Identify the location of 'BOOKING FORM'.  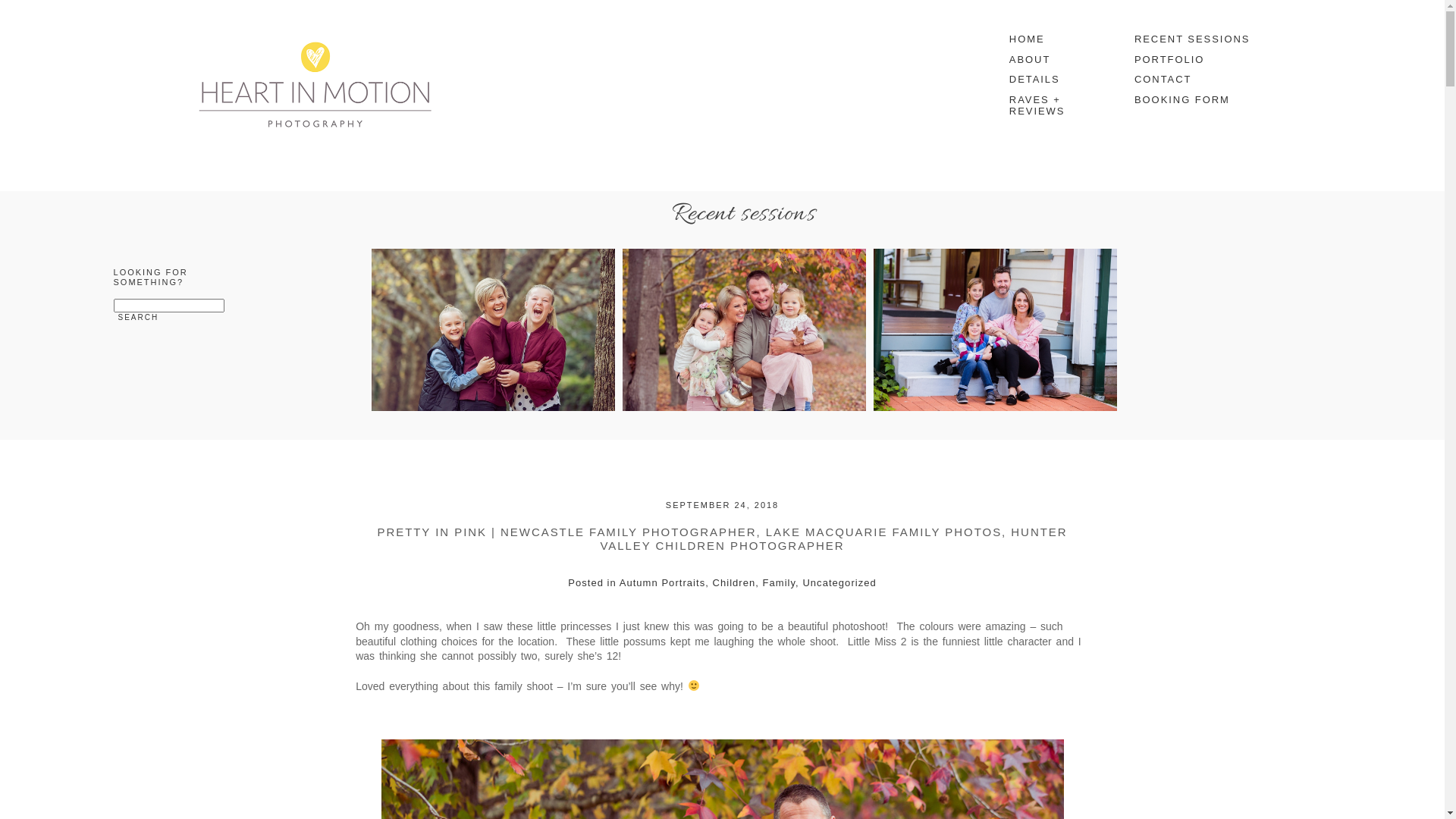
(1127, 100).